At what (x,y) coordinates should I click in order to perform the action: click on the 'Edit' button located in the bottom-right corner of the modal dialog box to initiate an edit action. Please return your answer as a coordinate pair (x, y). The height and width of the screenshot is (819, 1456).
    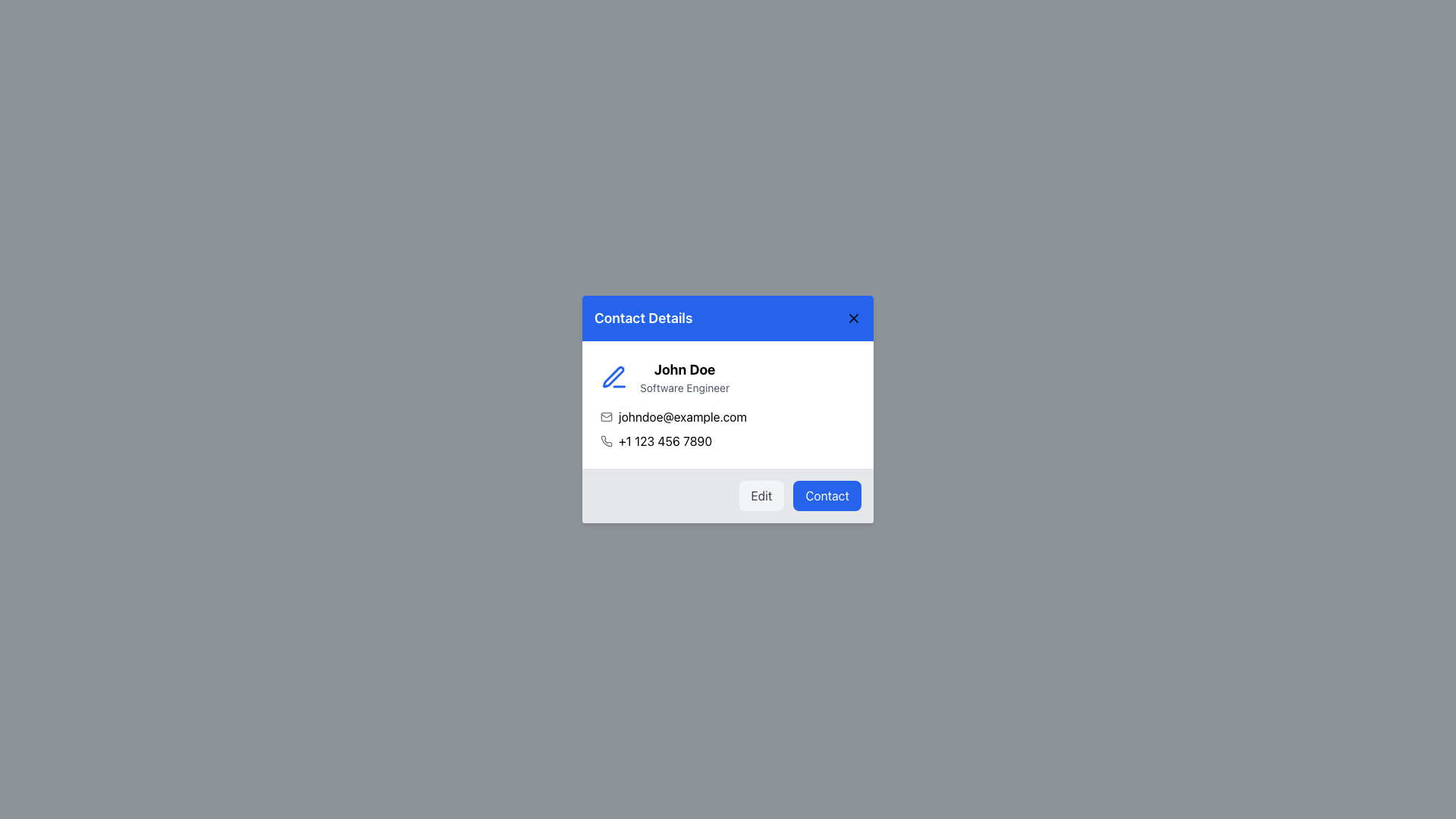
    Looking at the image, I should click on (728, 496).